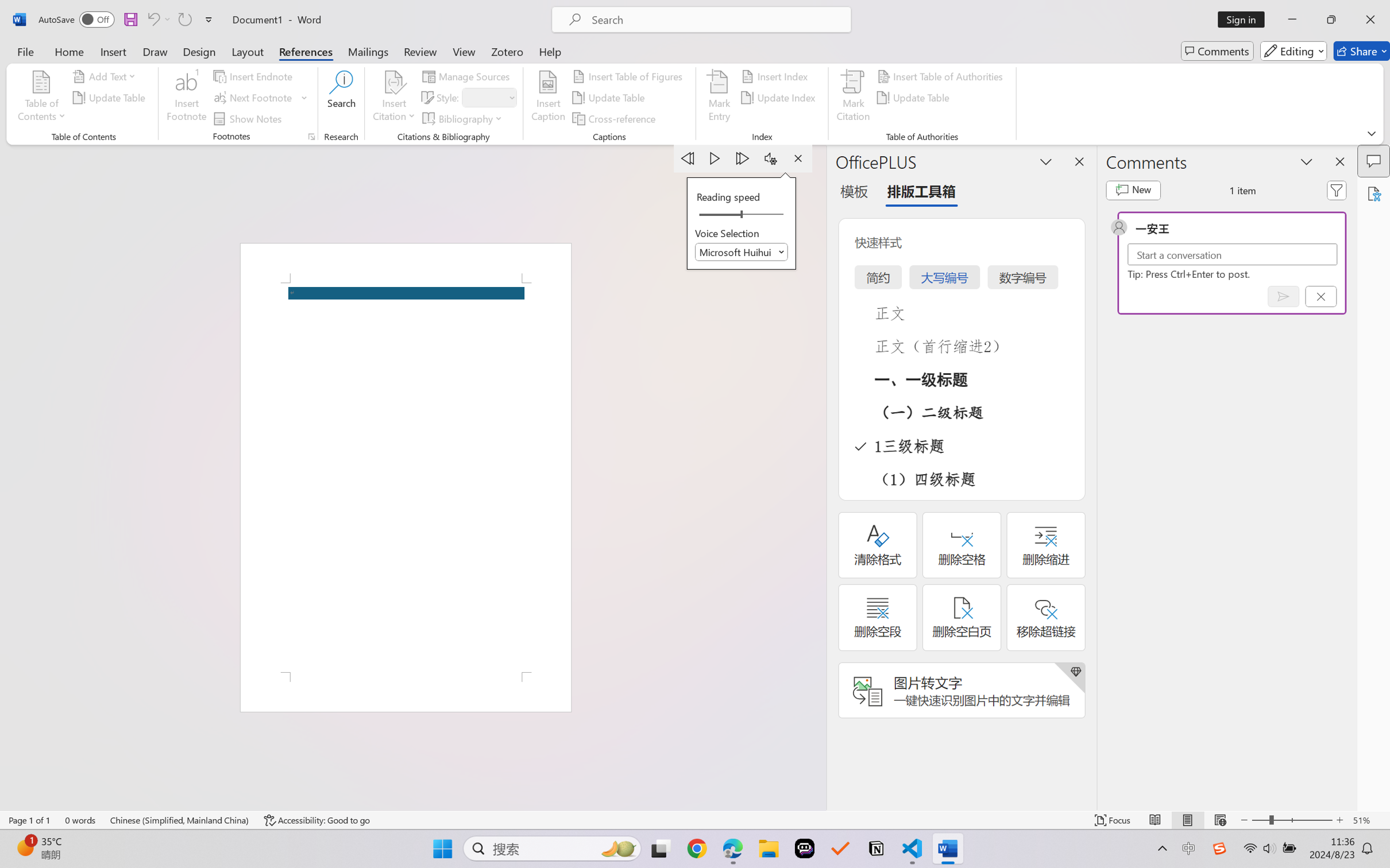 This screenshot has height=868, width=1390. I want to click on 'Language Chinese (Simplified, Mainland China)', so click(180, 820).